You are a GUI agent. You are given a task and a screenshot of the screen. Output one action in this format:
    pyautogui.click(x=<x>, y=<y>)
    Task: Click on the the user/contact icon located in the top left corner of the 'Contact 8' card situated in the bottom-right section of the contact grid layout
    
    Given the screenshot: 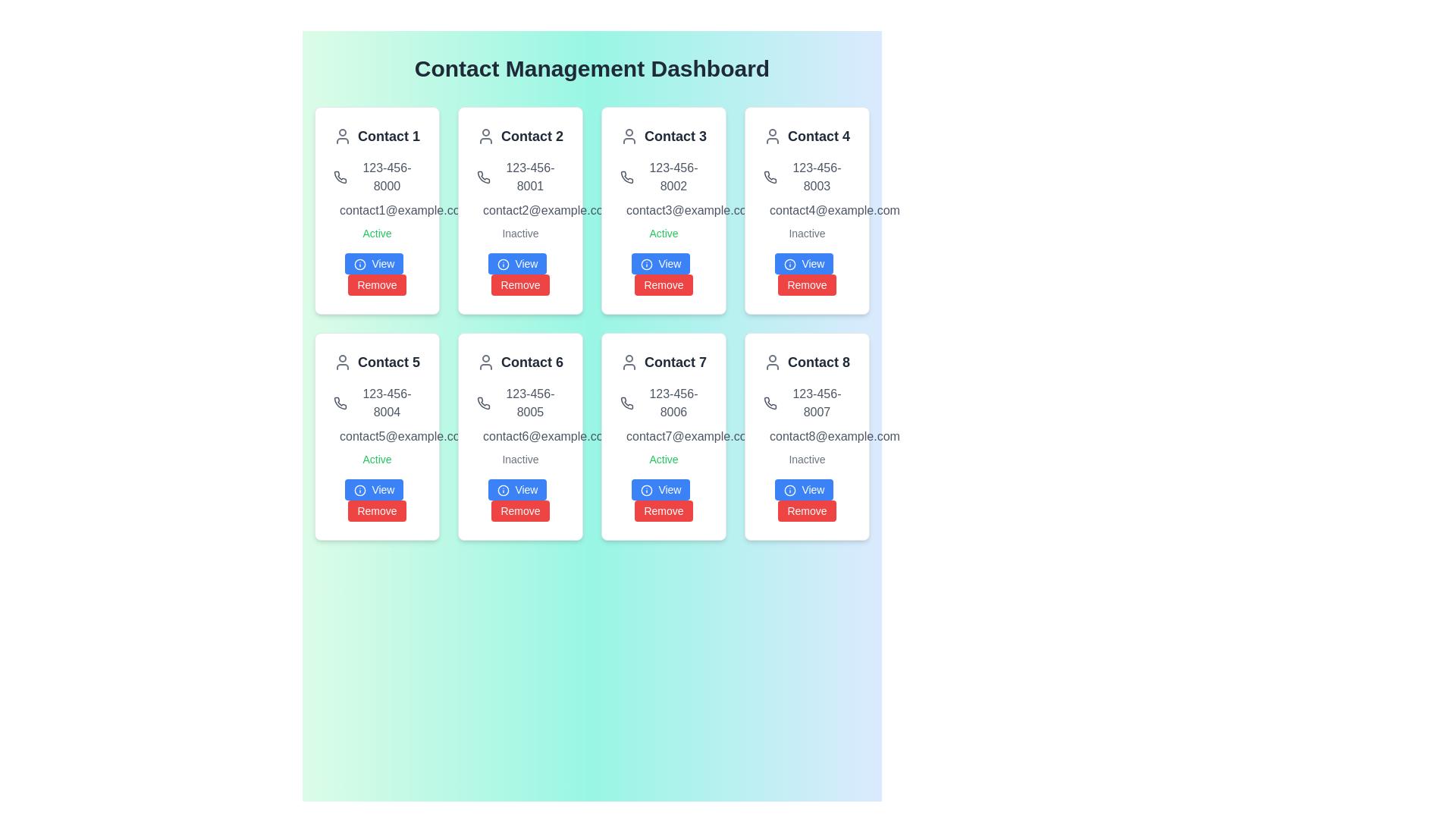 What is the action you would take?
    pyautogui.click(x=772, y=362)
    